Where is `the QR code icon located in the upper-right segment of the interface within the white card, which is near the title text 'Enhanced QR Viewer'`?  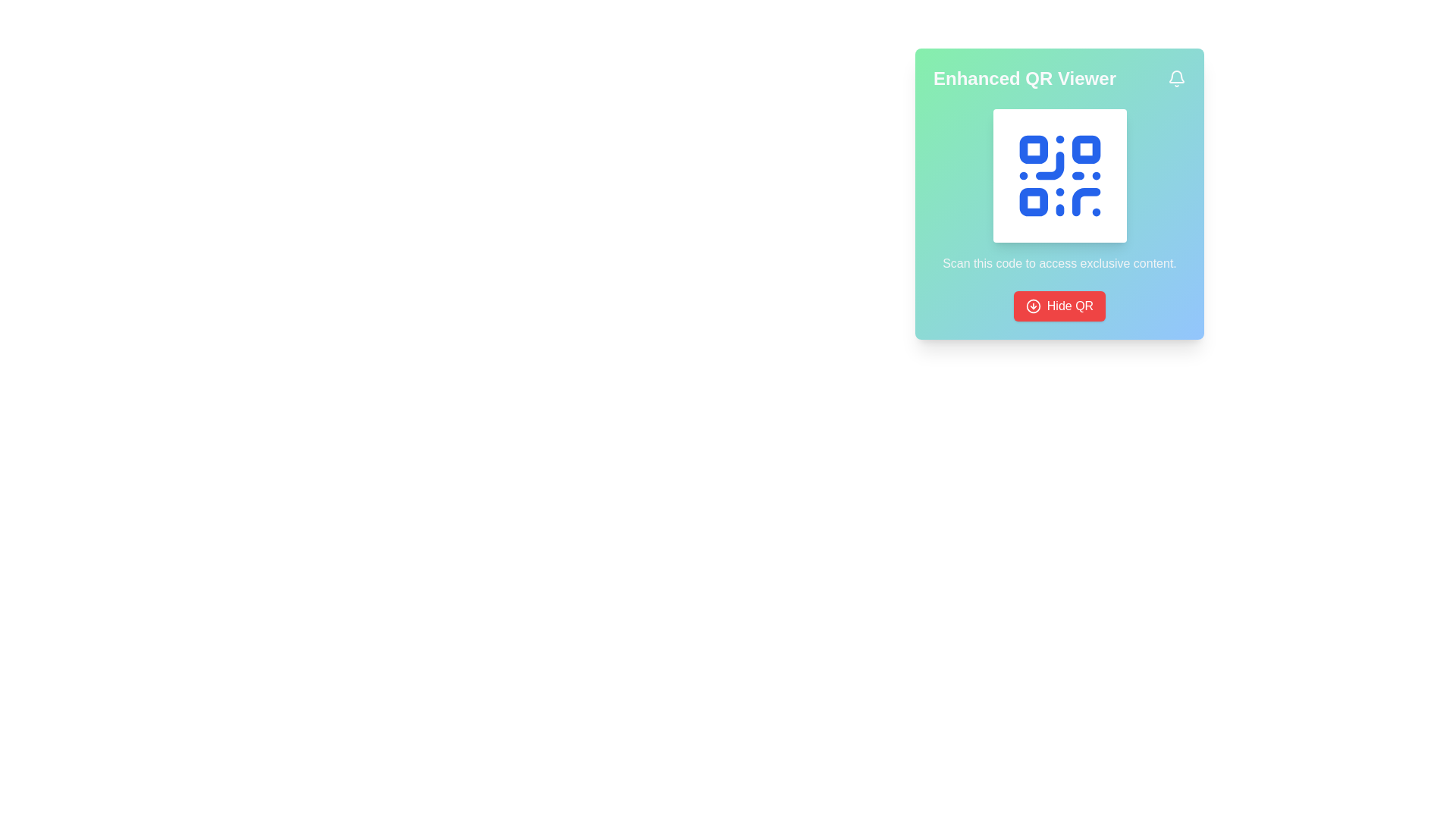
the QR code icon located in the upper-right segment of the interface within the white card, which is near the title text 'Enhanced QR Viewer' is located at coordinates (1059, 174).